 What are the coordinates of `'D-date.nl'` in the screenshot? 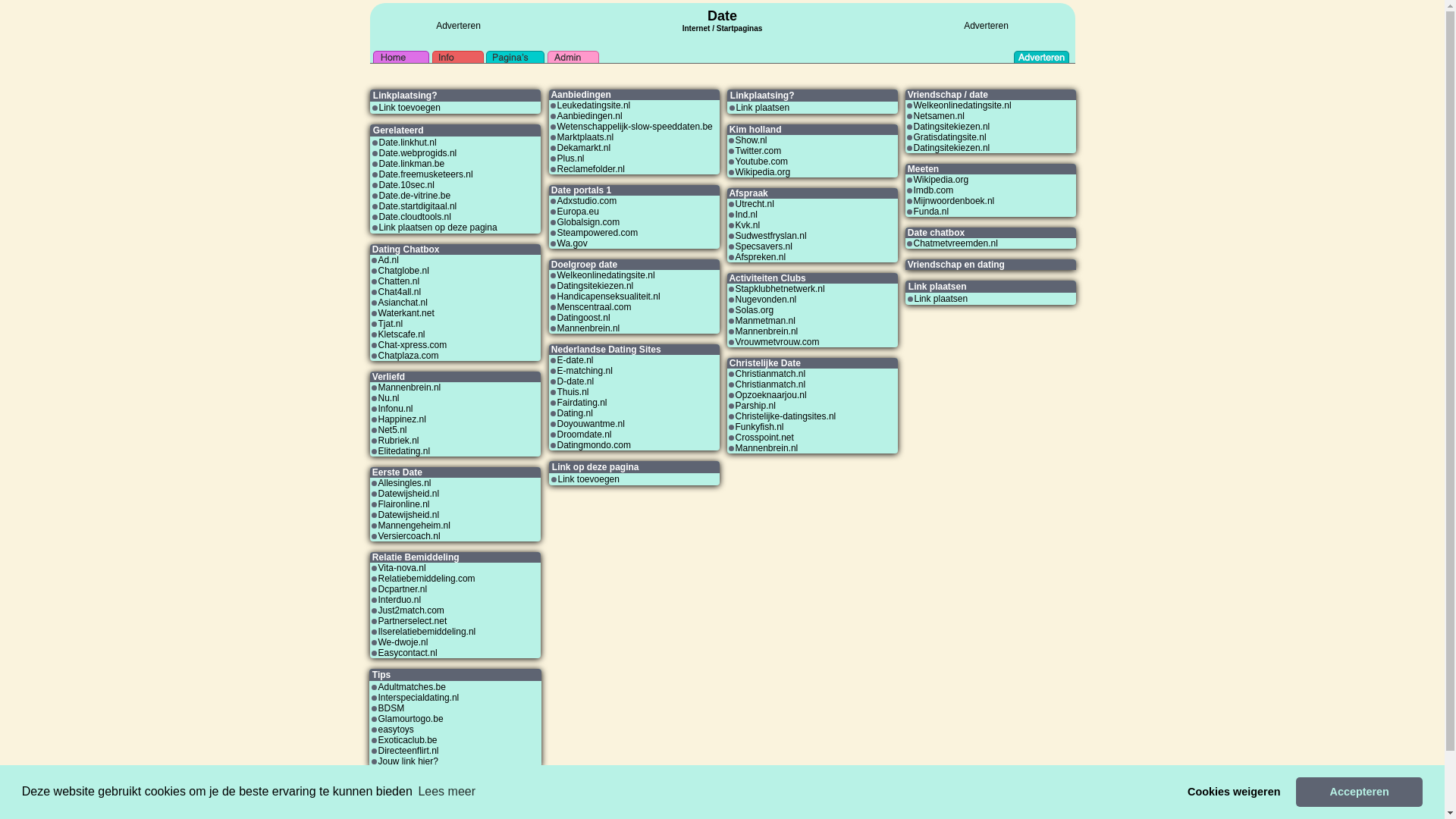 It's located at (556, 380).